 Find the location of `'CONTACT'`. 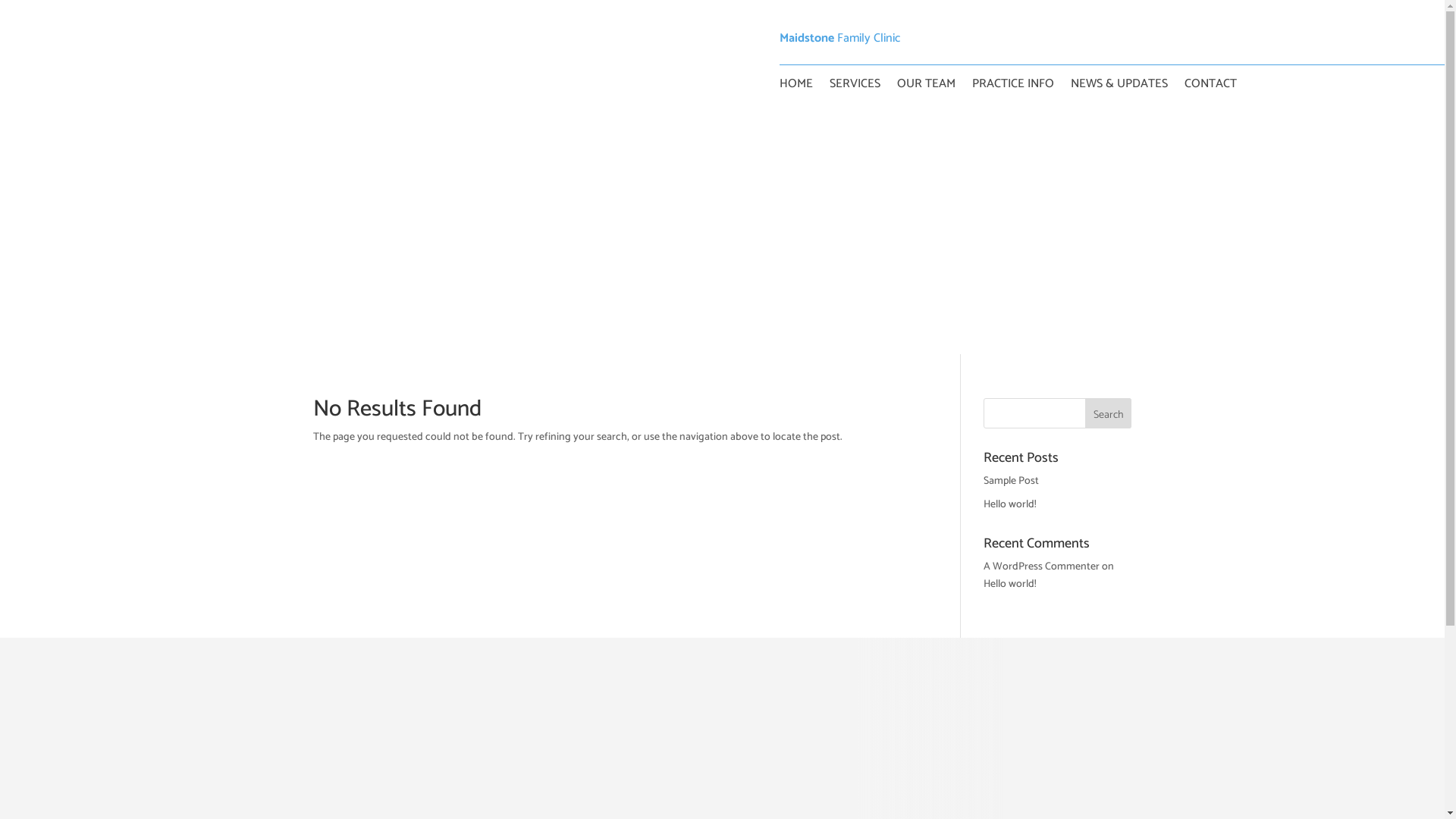

'CONTACT' is located at coordinates (1210, 87).